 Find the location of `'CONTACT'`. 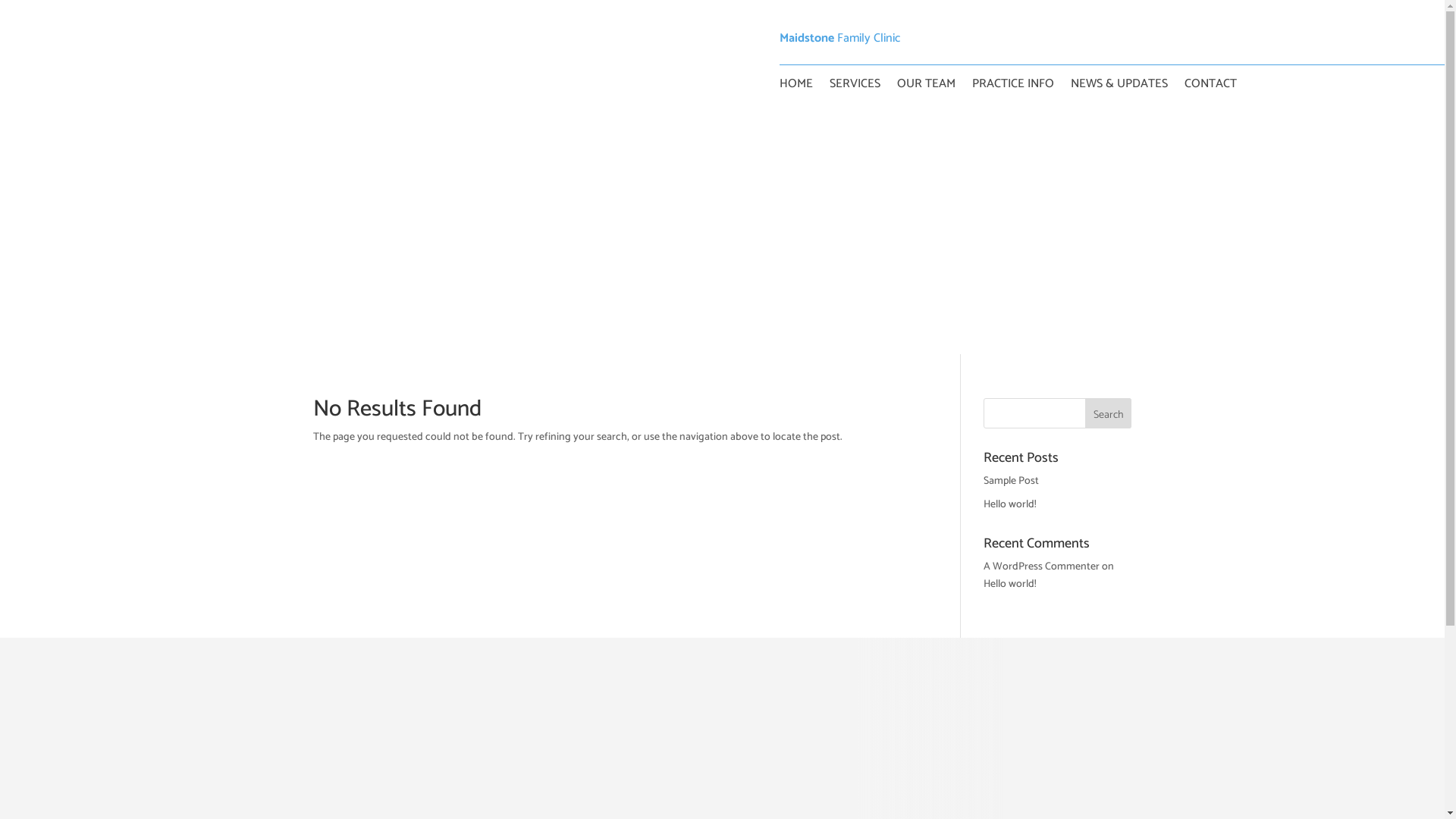

'CONTACT' is located at coordinates (1210, 87).